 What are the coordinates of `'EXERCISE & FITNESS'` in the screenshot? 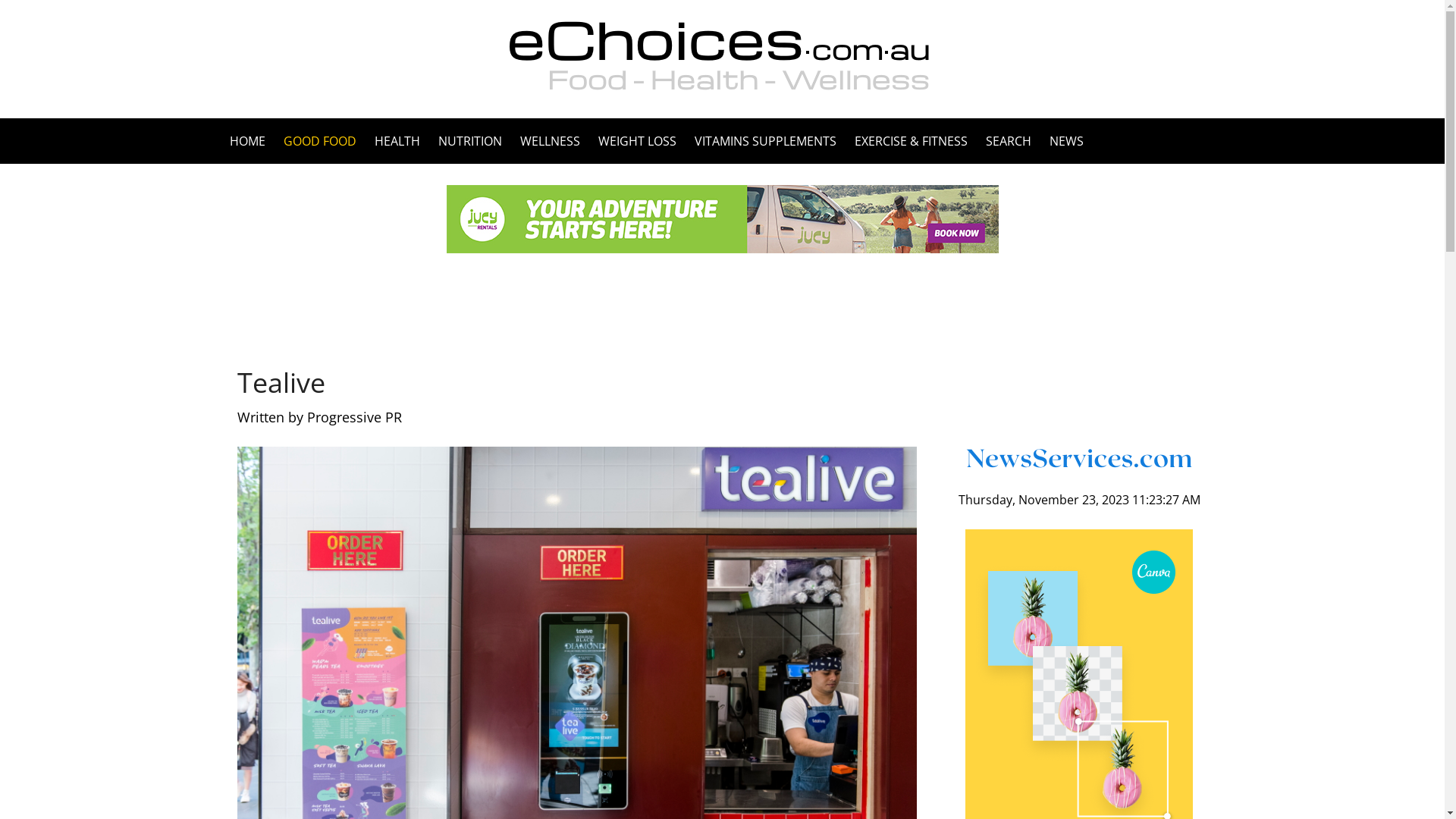 It's located at (843, 140).